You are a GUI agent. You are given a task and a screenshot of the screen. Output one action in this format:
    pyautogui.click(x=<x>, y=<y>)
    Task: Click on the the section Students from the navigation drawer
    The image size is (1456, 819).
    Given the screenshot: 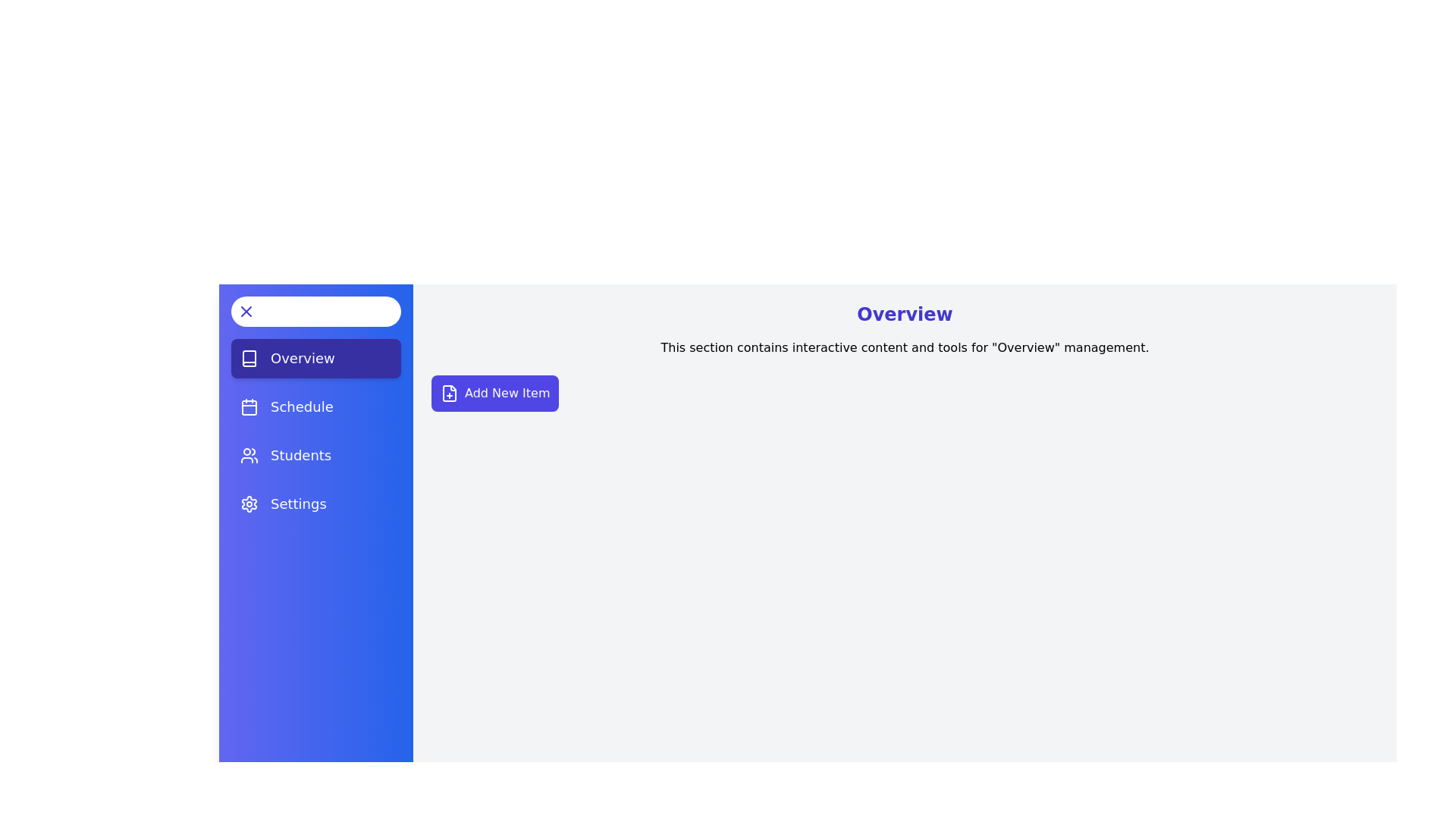 What is the action you would take?
    pyautogui.click(x=315, y=455)
    